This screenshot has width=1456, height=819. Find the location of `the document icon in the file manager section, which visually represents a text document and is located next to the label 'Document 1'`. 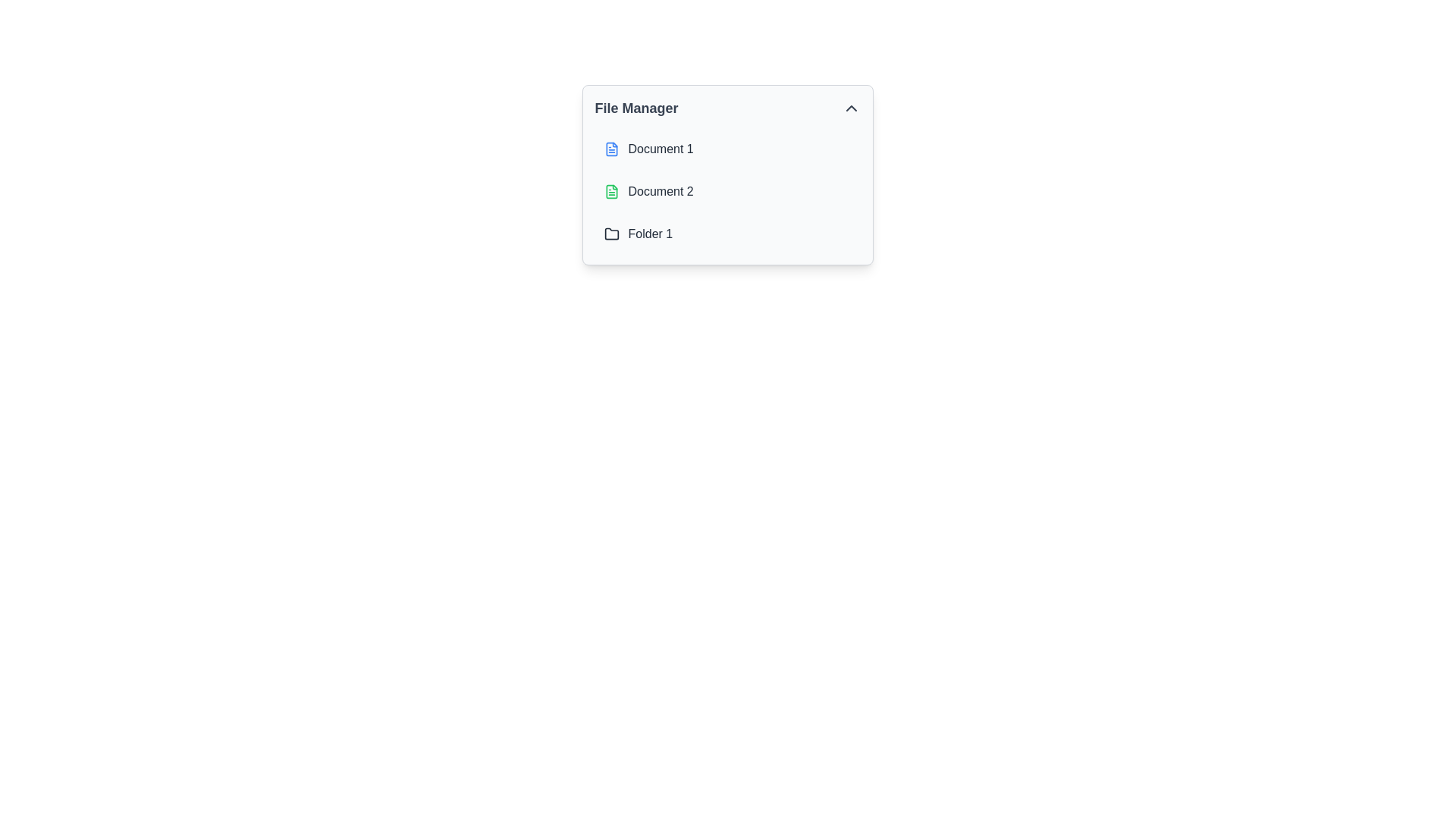

the document icon in the file manager section, which visually represents a text document and is located next to the label 'Document 1' is located at coordinates (611, 149).